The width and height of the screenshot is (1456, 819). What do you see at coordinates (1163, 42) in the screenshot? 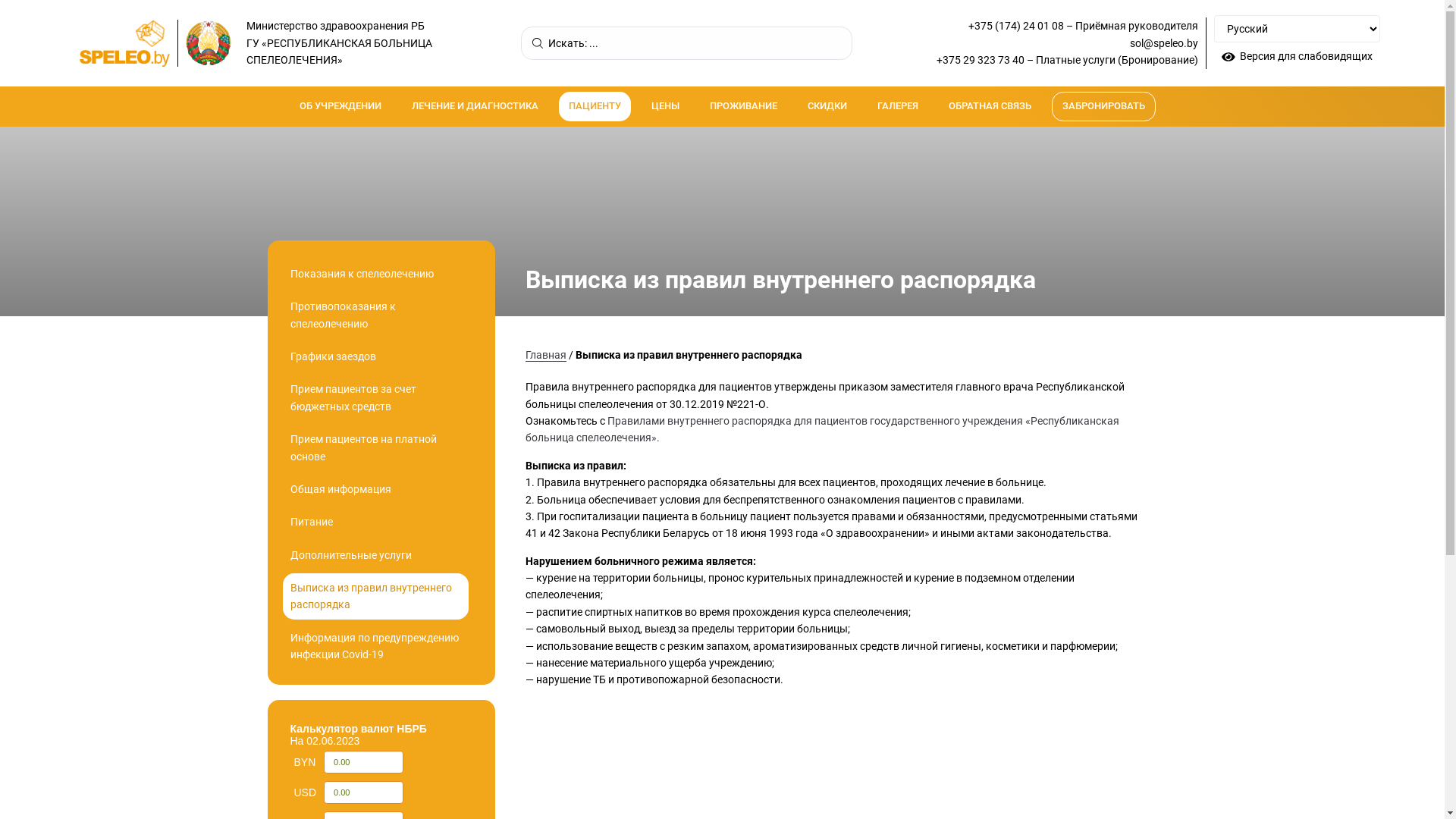
I see `'sol@speleo.by'` at bounding box center [1163, 42].